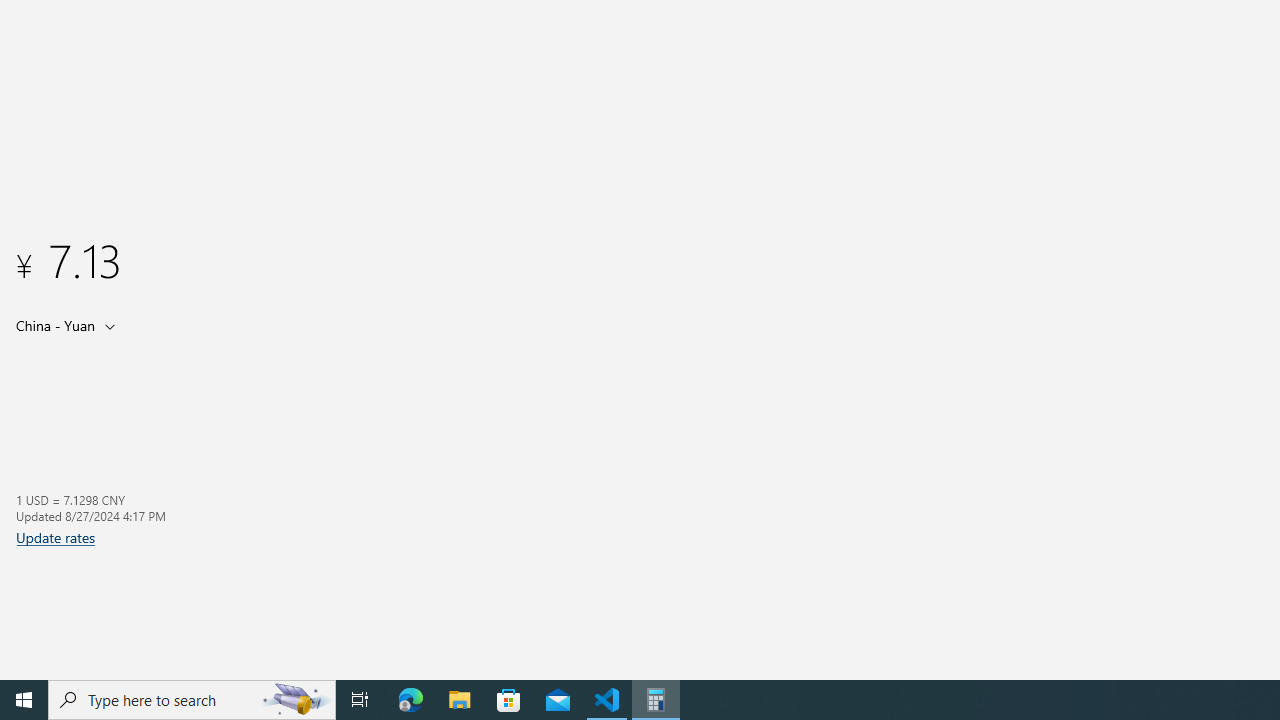 Image resolution: width=1280 pixels, height=720 pixels. Describe the element at coordinates (53, 324) in the screenshot. I see `'China Yuan'` at that location.